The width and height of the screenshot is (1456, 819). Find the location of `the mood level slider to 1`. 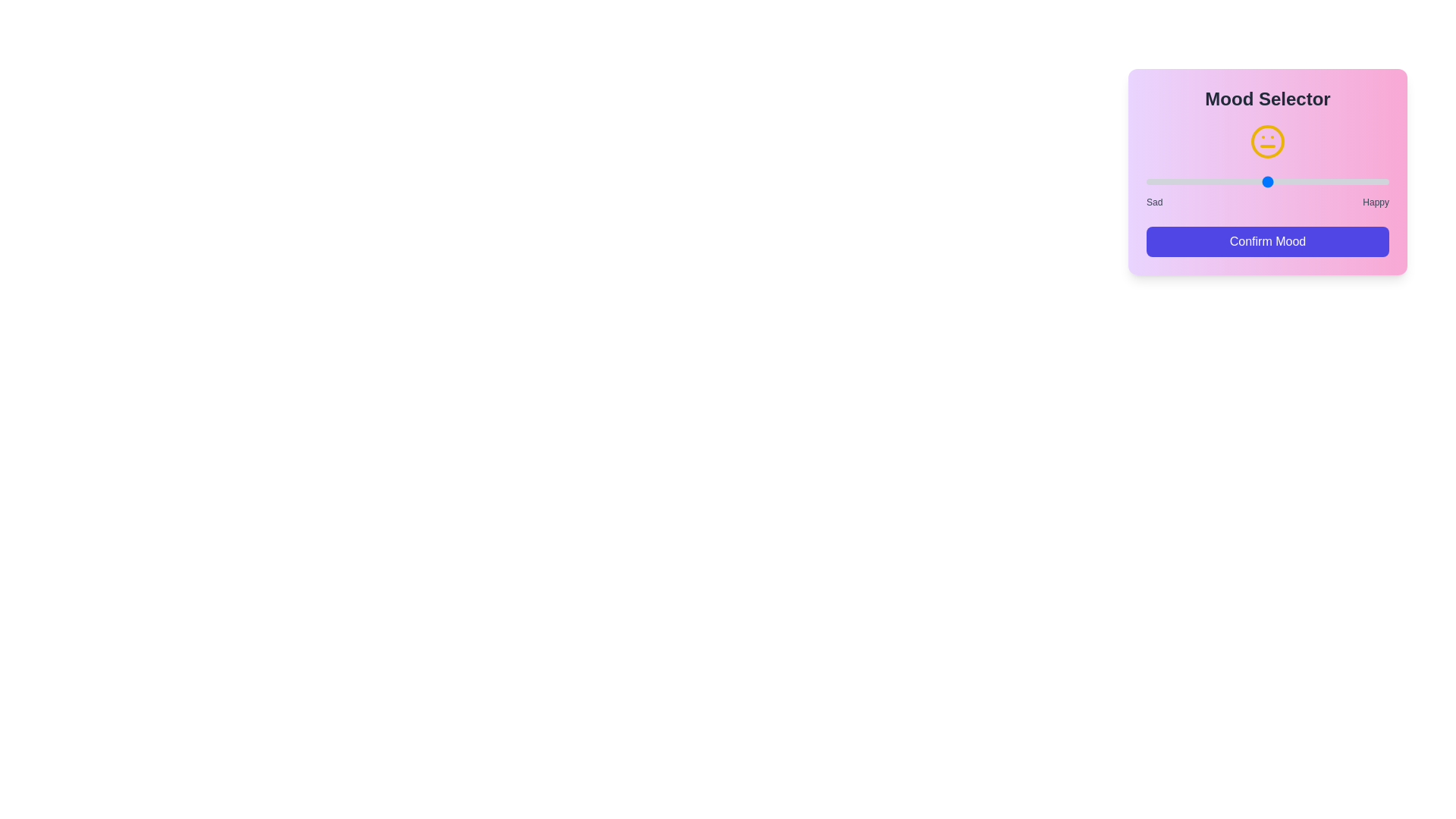

the mood level slider to 1 is located at coordinates (1147, 180).